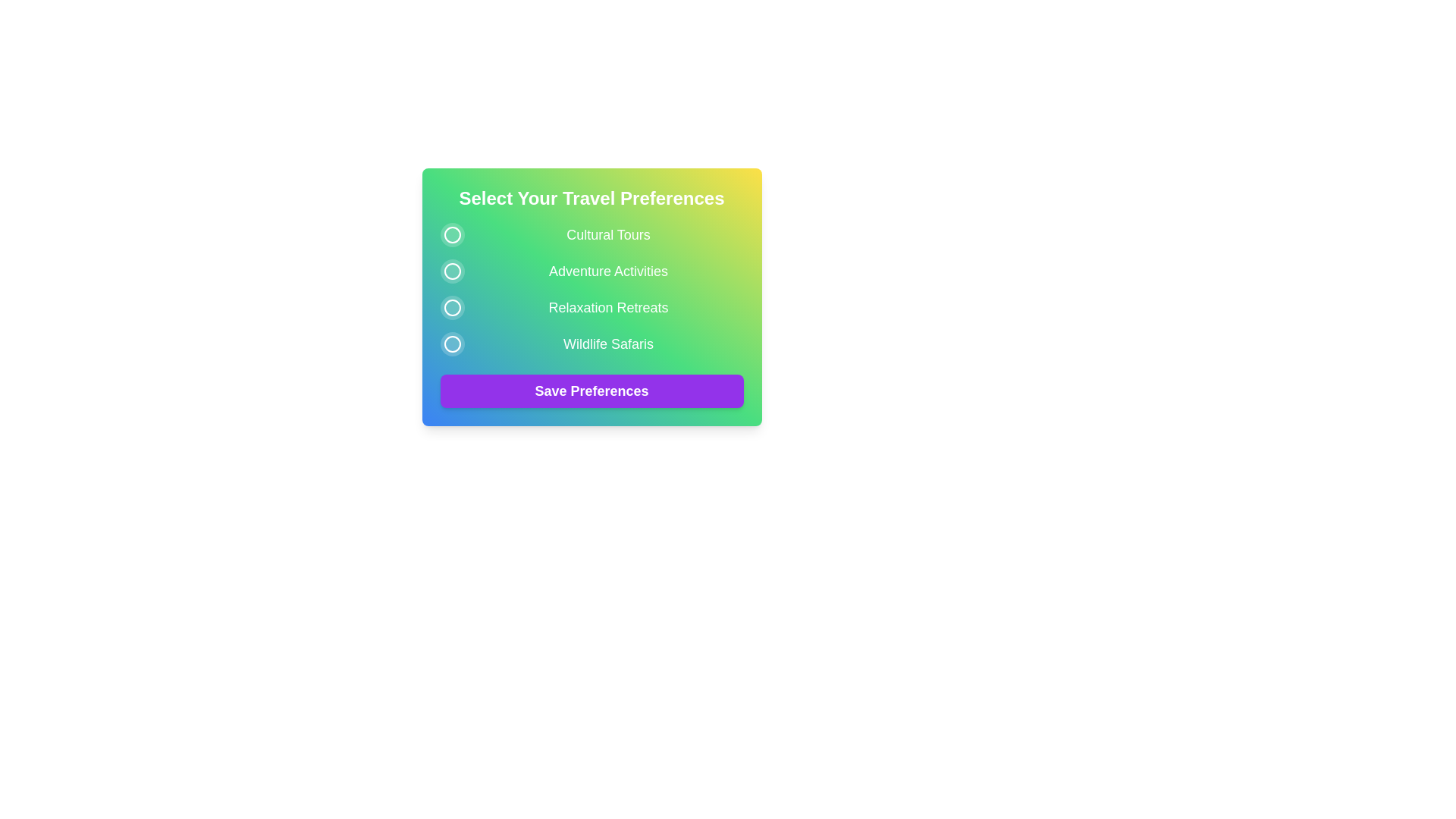 This screenshot has width=1456, height=819. What do you see at coordinates (451, 344) in the screenshot?
I see `the button corresponding to the preference Wildlife Safaris` at bounding box center [451, 344].